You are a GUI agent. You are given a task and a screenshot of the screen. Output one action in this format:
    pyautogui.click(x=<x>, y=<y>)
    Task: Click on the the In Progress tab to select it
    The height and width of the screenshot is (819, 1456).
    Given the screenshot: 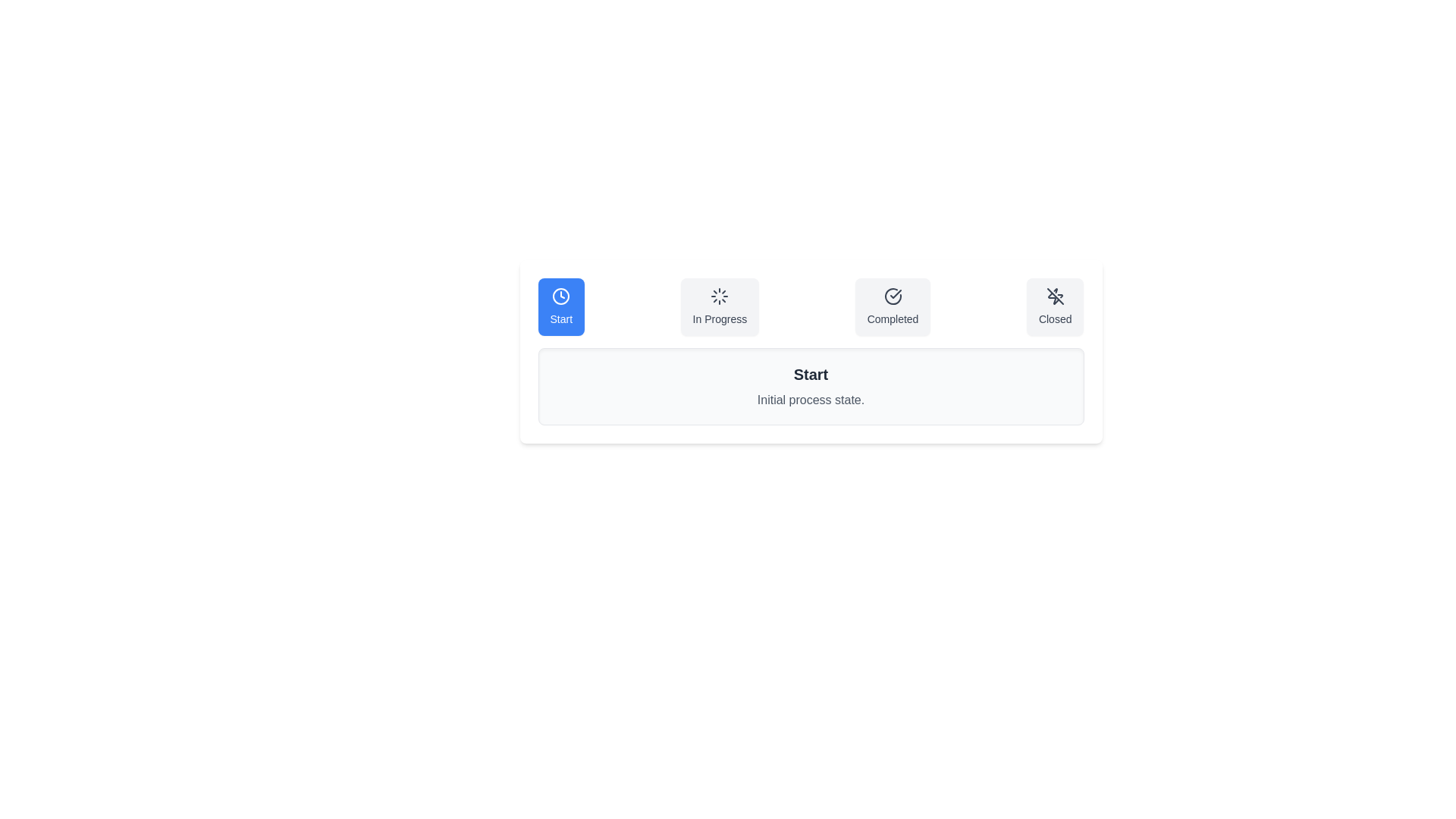 What is the action you would take?
    pyautogui.click(x=719, y=307)
    